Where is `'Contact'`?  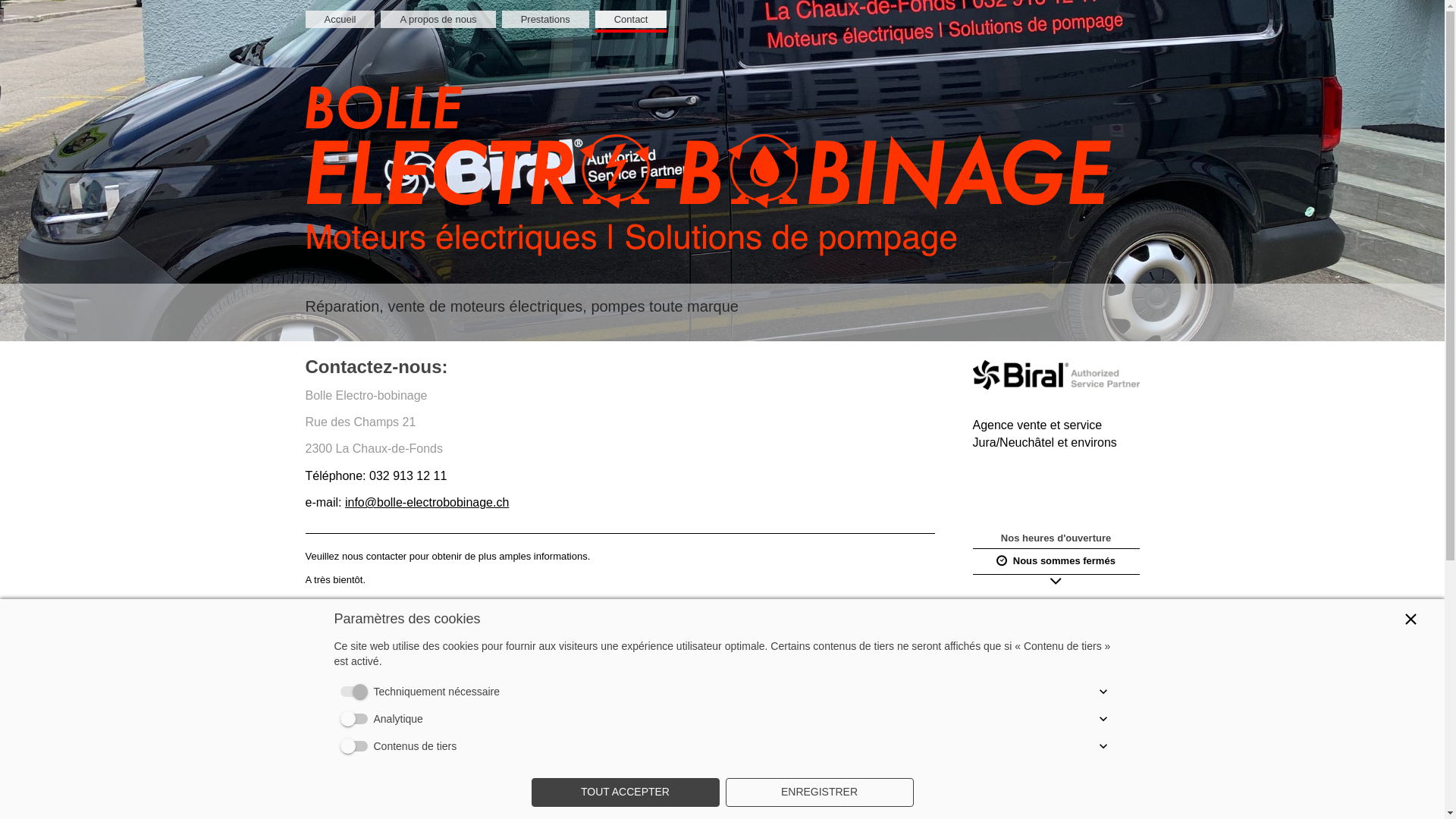
'Contact' is located at coordinates (631, 19).